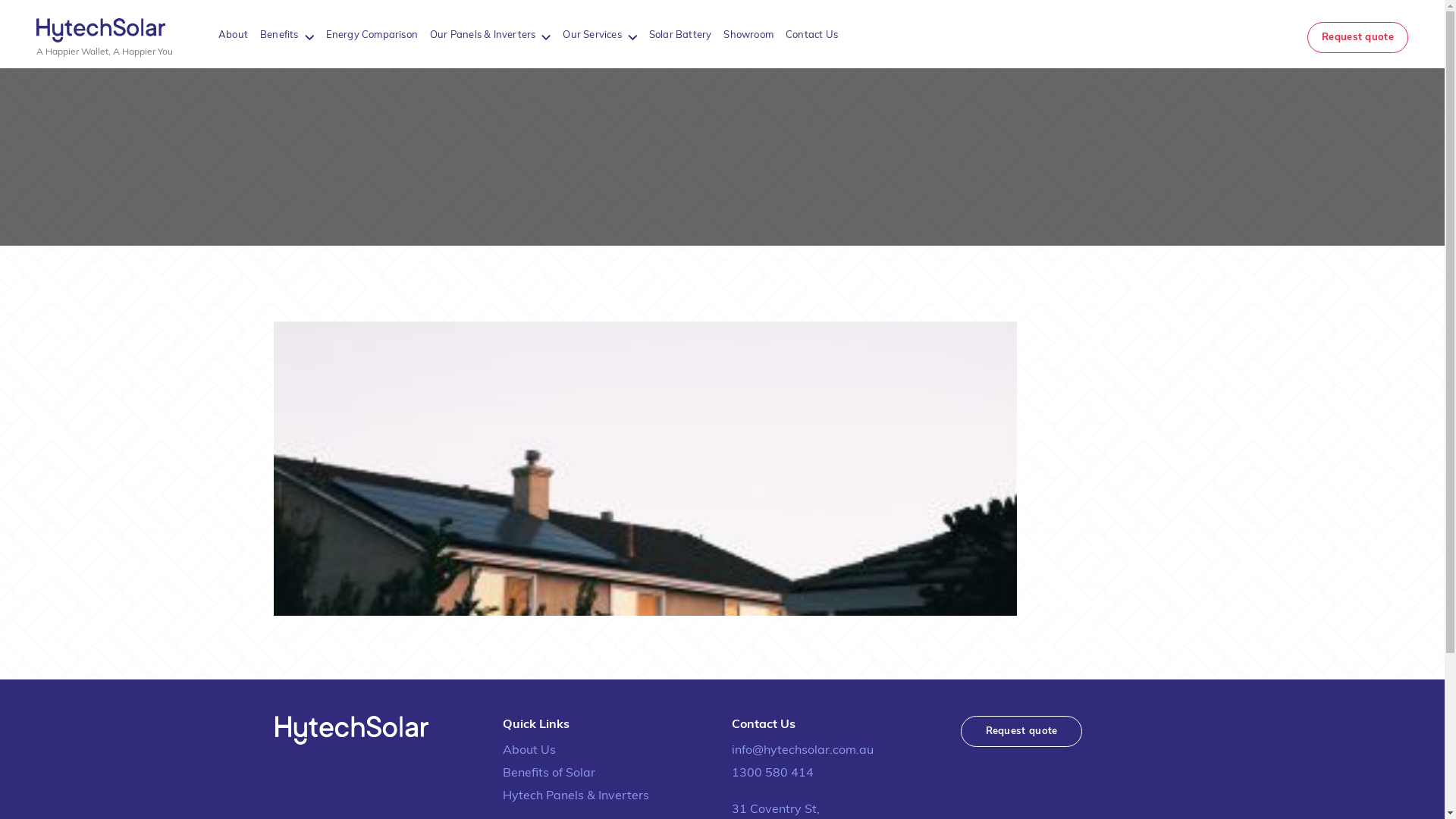  What do you see at coordinates (482, 34) in the screenshot?
I see `'Our Panels & Inverters'` at bounding box center [482, 34].